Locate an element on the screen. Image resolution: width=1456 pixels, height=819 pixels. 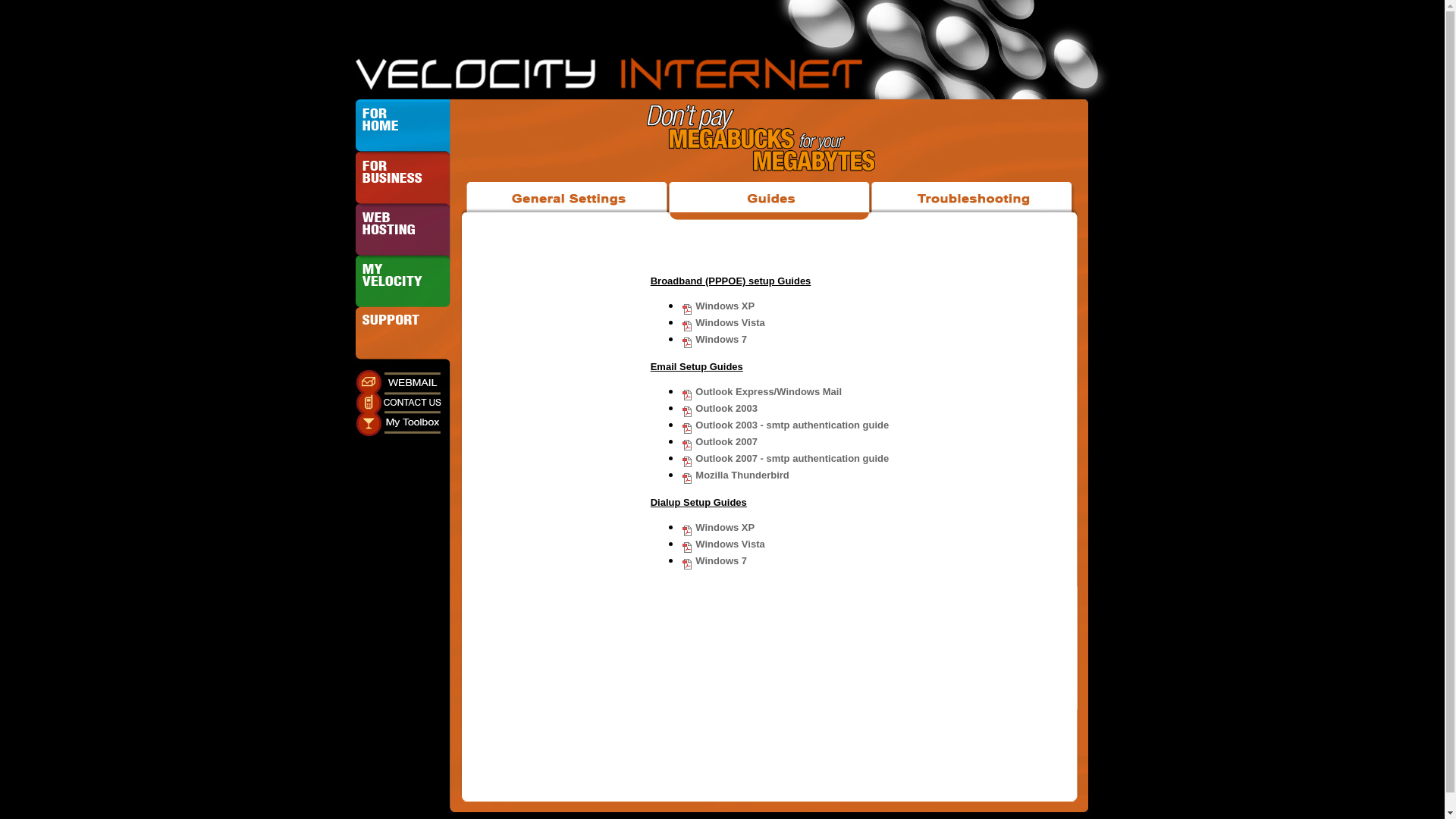
'Outlook Express/Windows Mail' is located at coordinates (679, 391).